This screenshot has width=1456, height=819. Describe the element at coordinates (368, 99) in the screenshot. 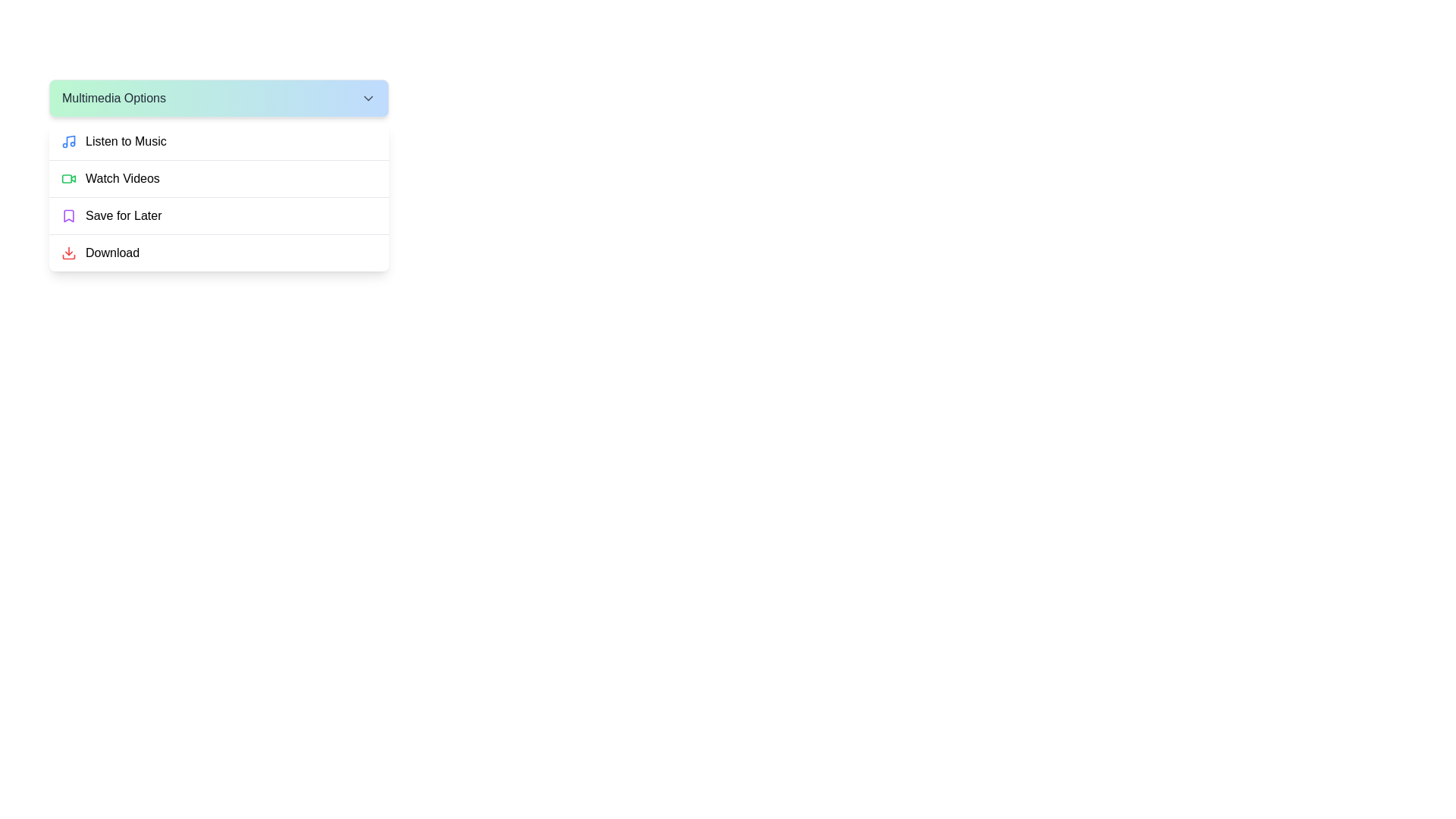

I see `the icon located in the top-right corner of the 'Multimedia Options' button` at that location.